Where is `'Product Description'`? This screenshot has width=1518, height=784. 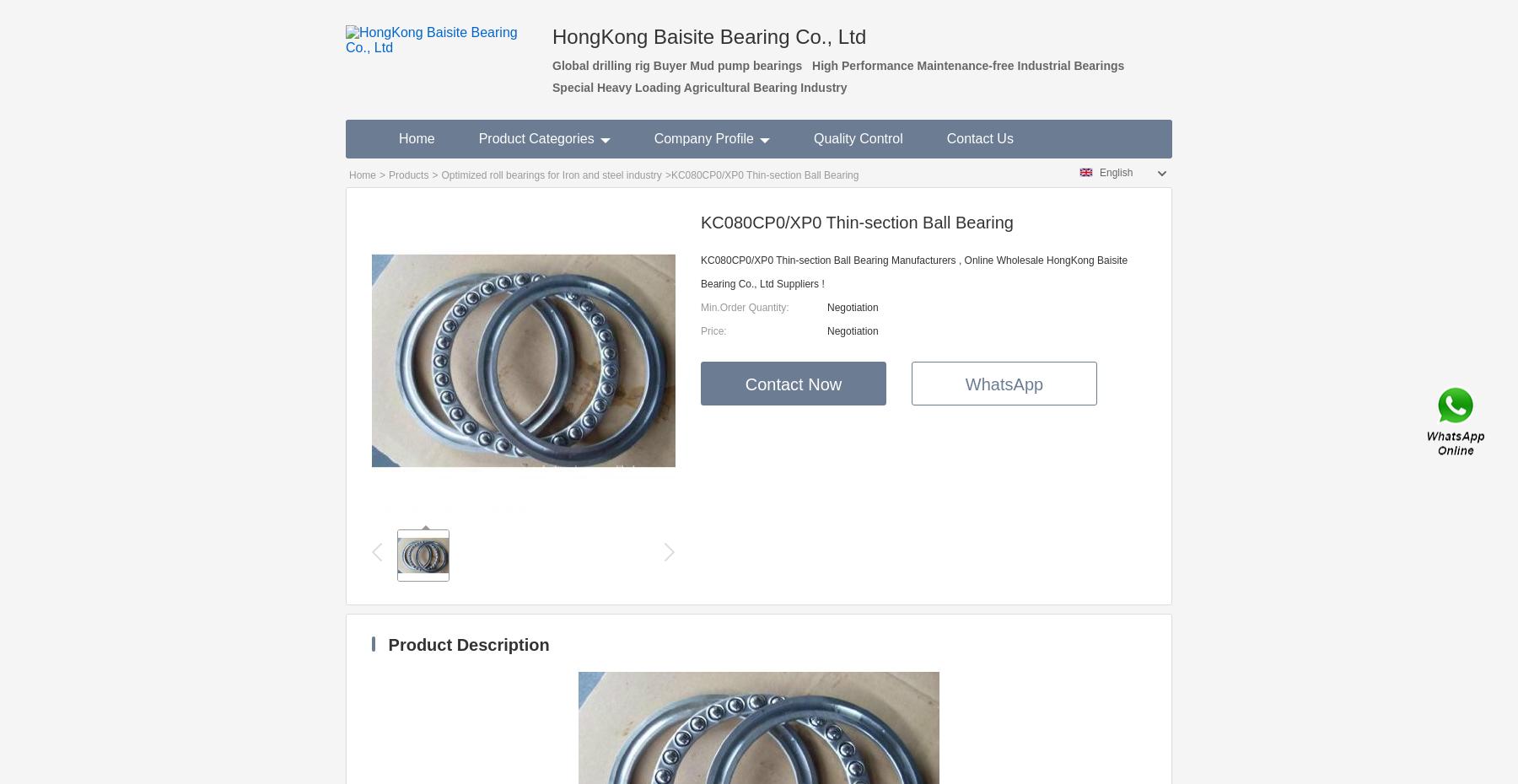 'Product Description' is located at coordinates (465, 645).